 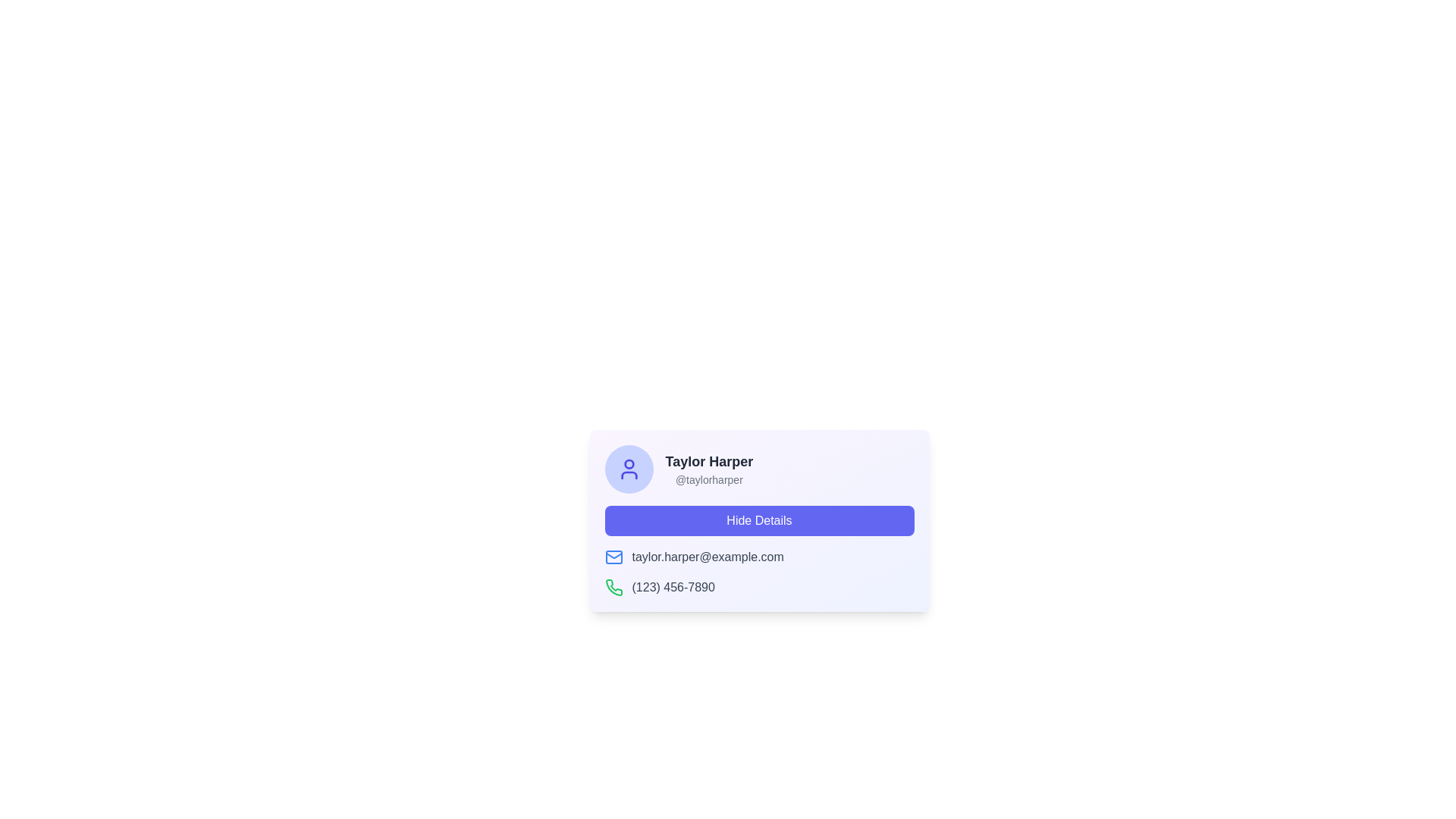 I want to click on the text label displaying '@taylorharper' located below the name 'Taylor Harper' in the profile card interface, so click(x=708, y=479).